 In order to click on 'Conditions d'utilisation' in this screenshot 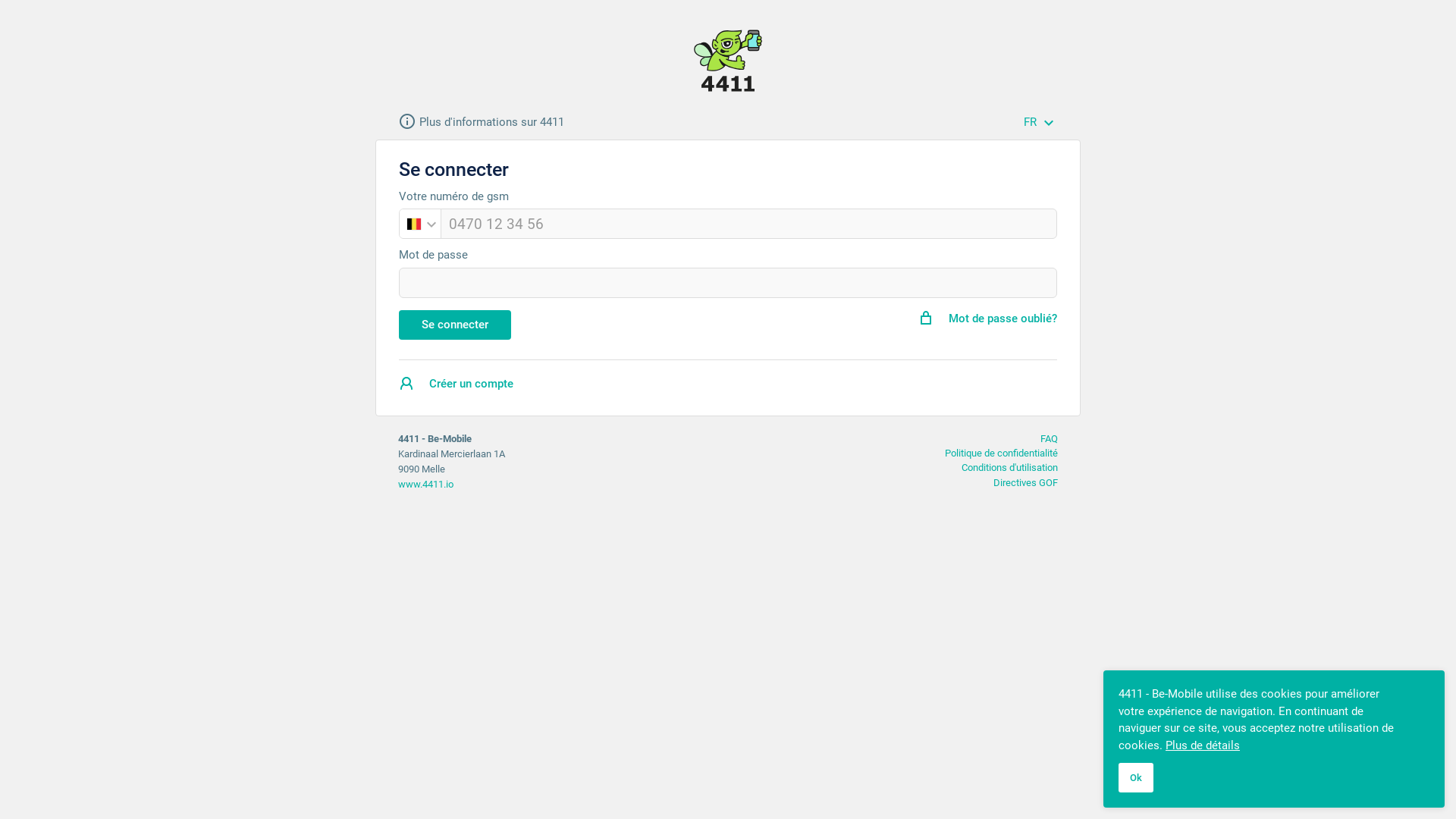, I will do `click(1009, 466)`.